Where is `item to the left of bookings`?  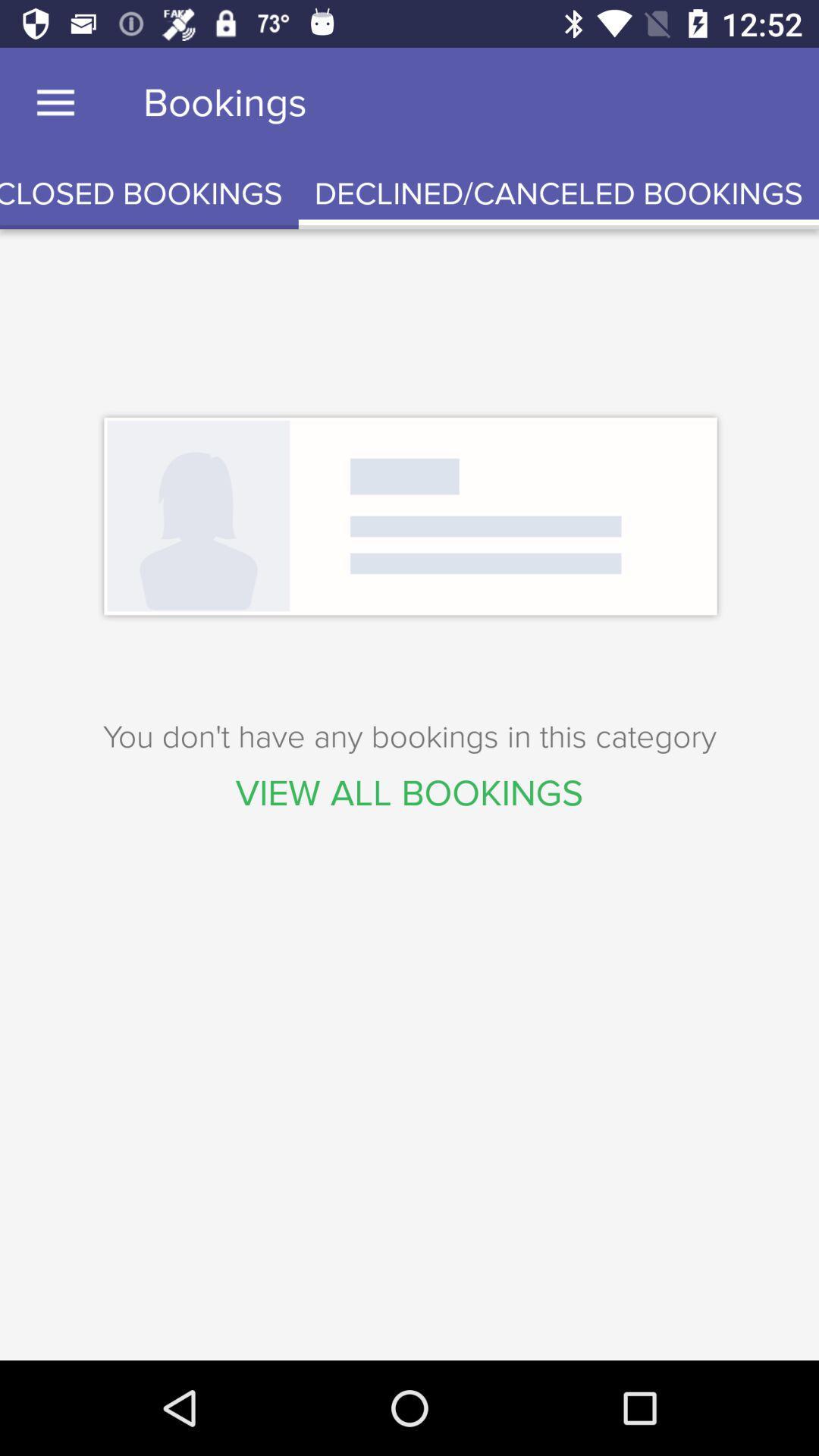
item to the left of bookings is located at coordinates (55, 102).